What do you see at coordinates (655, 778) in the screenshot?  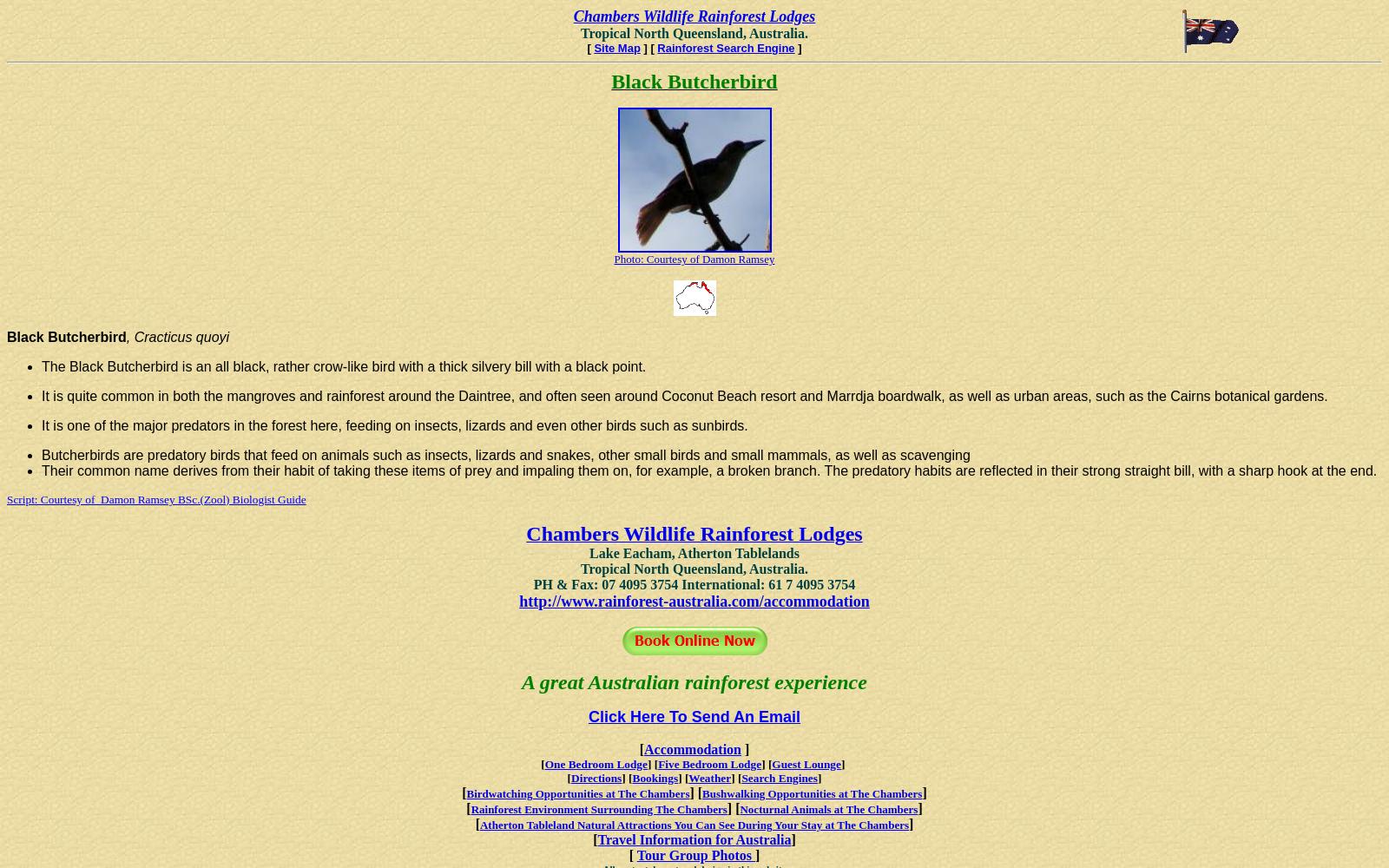 I see `'Bookings'` at bounding box center [655, 778].